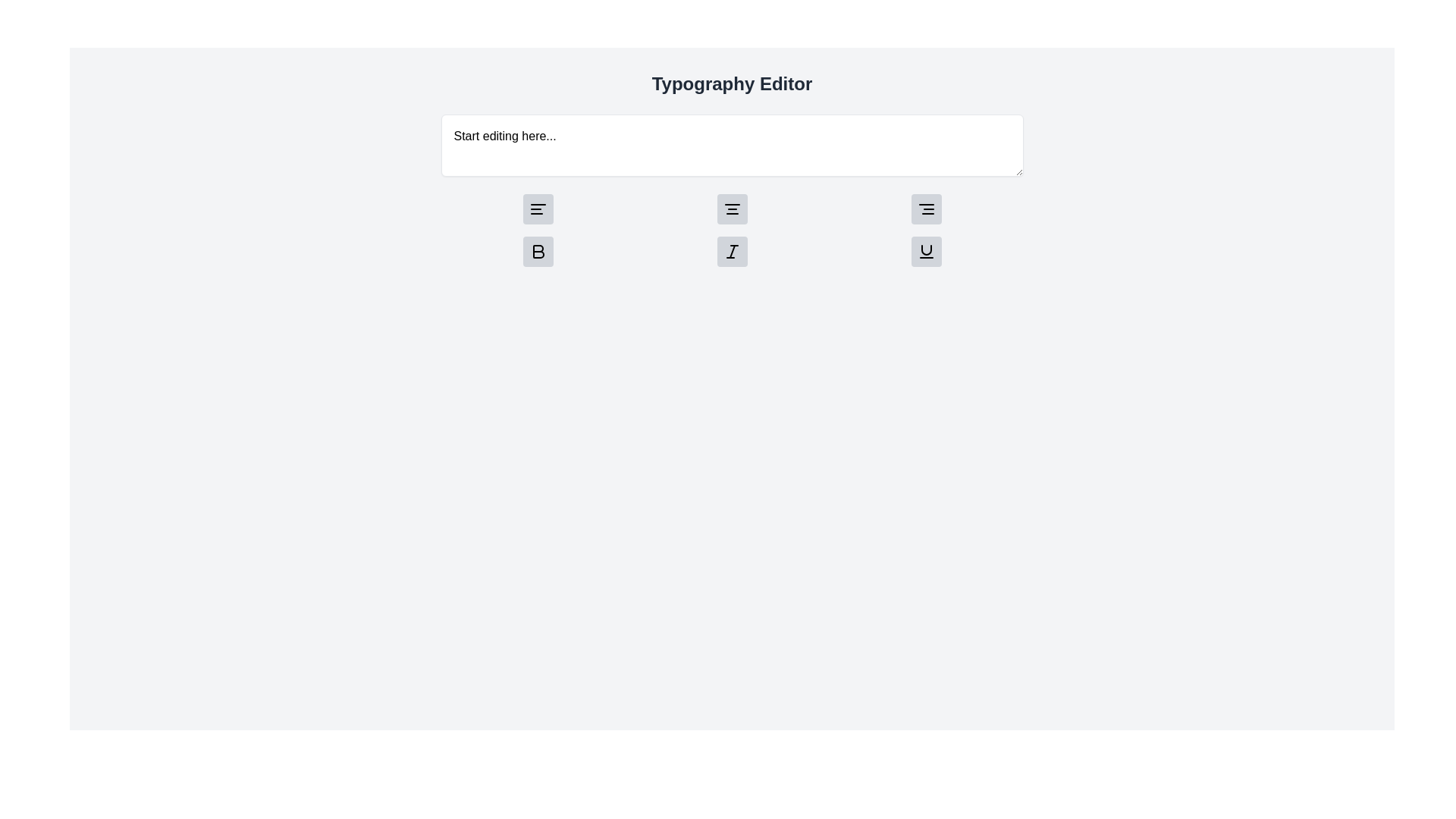 This screenshot has height=819, width=1456. I want to click on the second interactive button with a gray background and a bold 'B' icon, so click(538, 250).